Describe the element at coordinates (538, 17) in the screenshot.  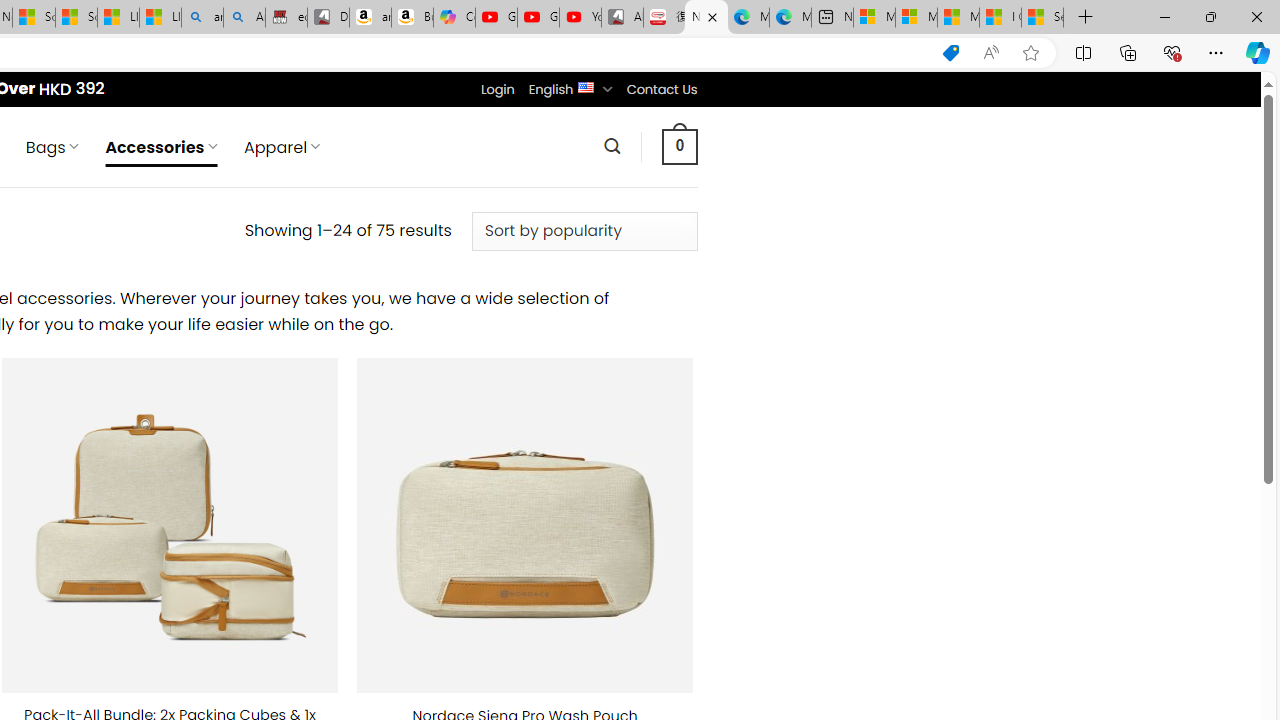
I see `'Gloom - YouTube'` at that location.